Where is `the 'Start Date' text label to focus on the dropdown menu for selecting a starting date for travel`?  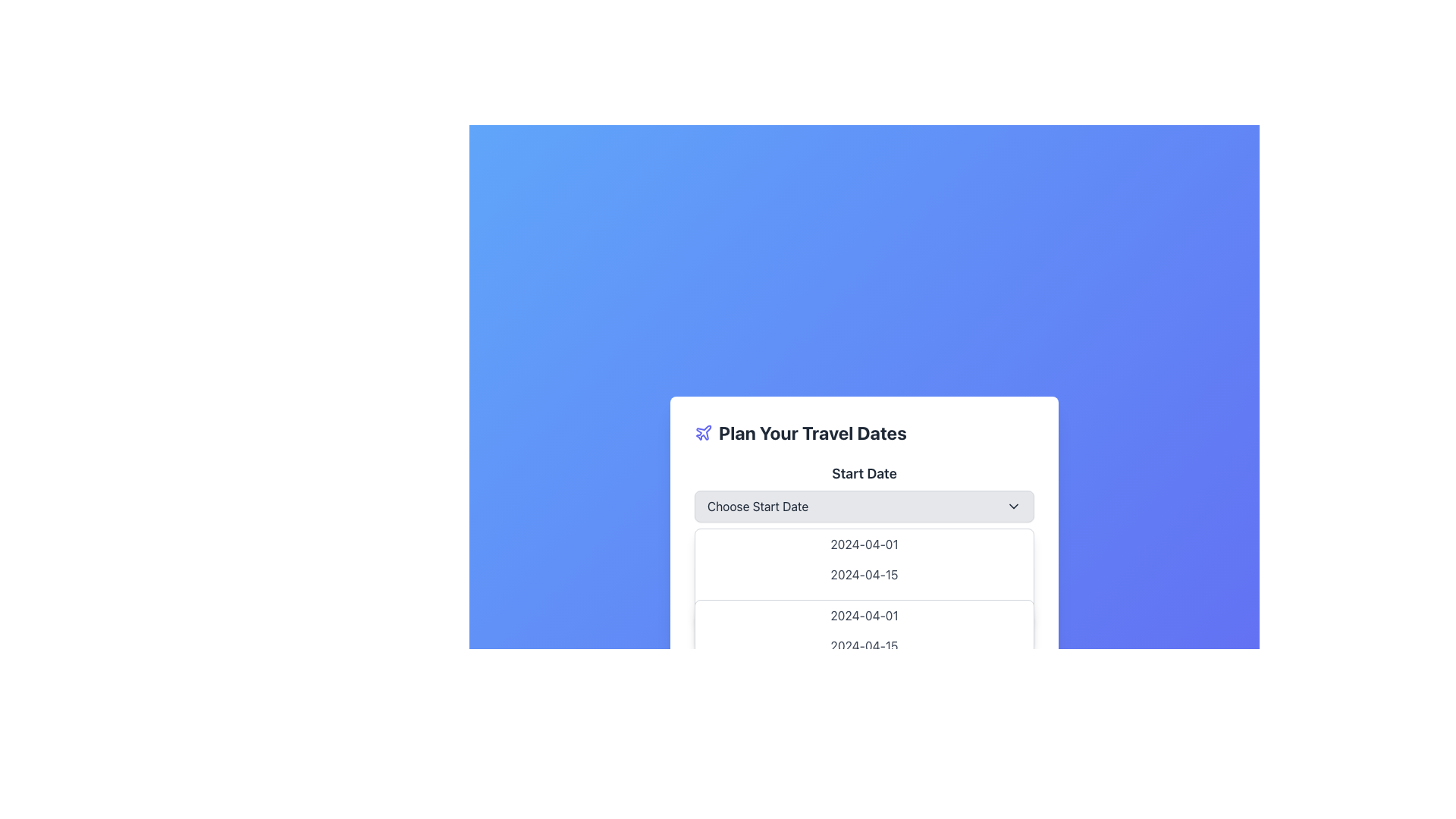
the 'Start Date' text label to focus on the dropdown menu for selecting a starting date for travel is located at coordinates (758, 506).